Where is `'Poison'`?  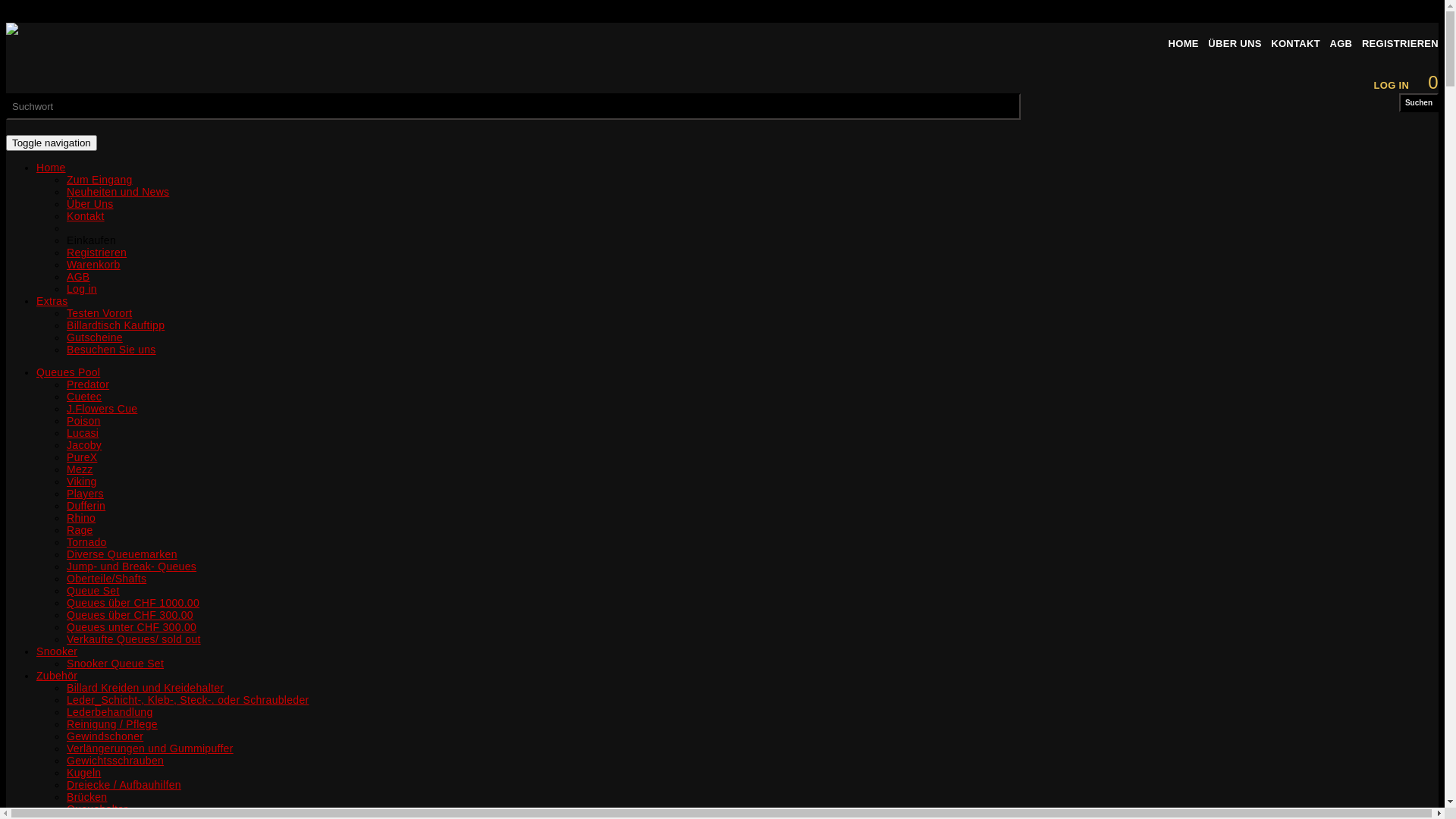 'Poison' is located at coordinates (83, 421).